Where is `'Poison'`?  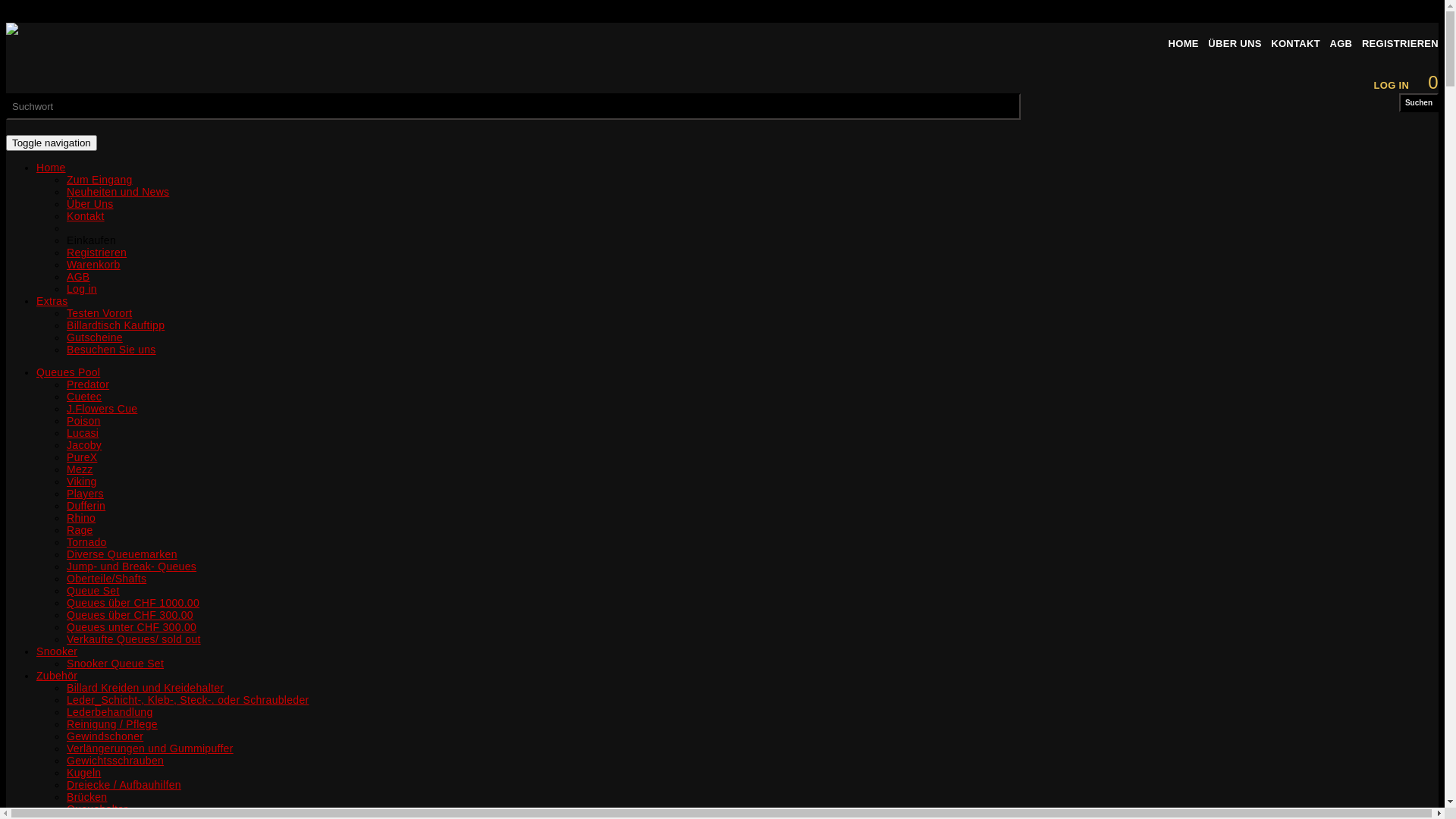 'Poison' is located at coordinates (83, 421).